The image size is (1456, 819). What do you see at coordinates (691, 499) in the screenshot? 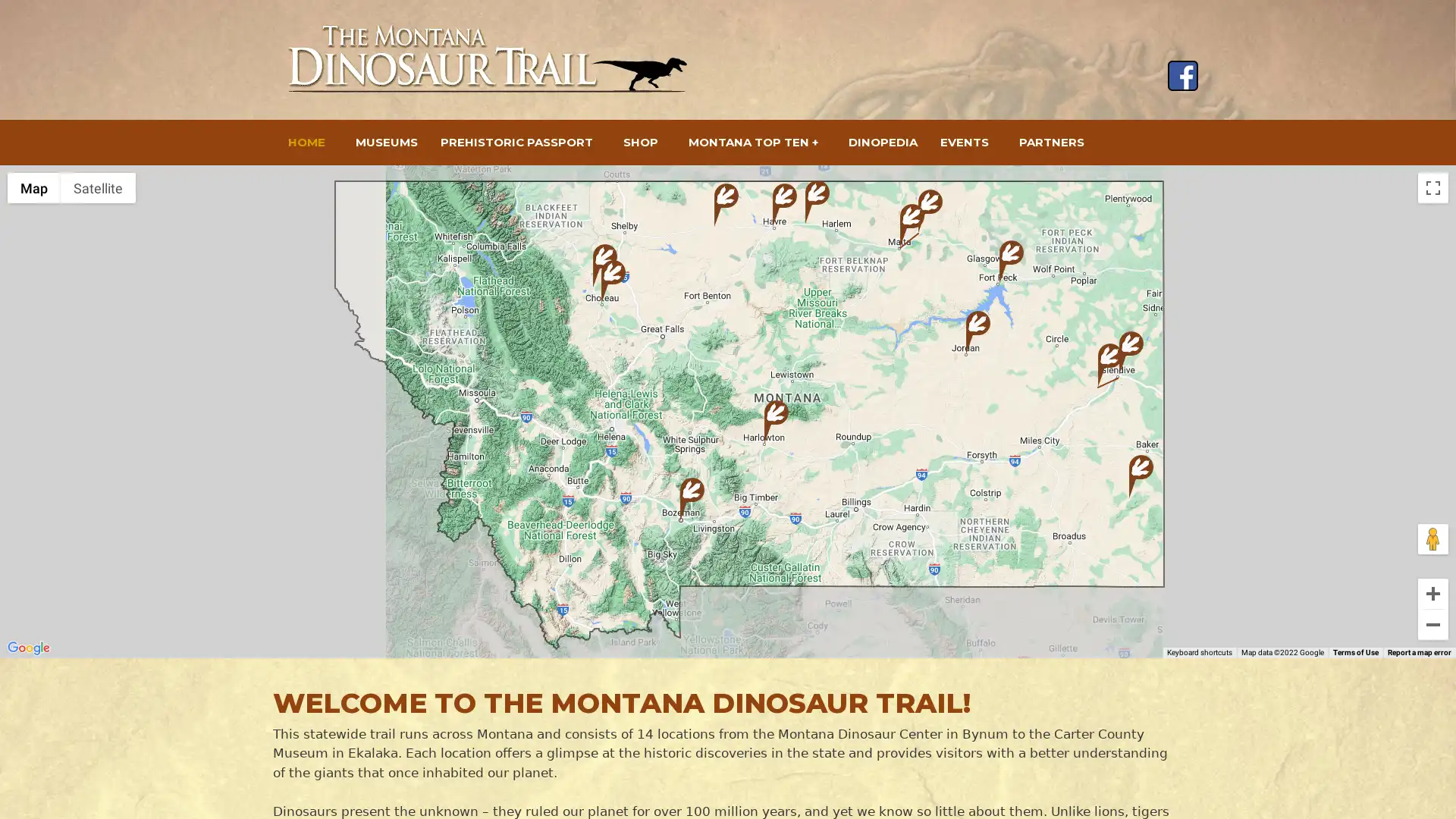
I see `Museum of the Rockies` at bounding box center [691, 499].